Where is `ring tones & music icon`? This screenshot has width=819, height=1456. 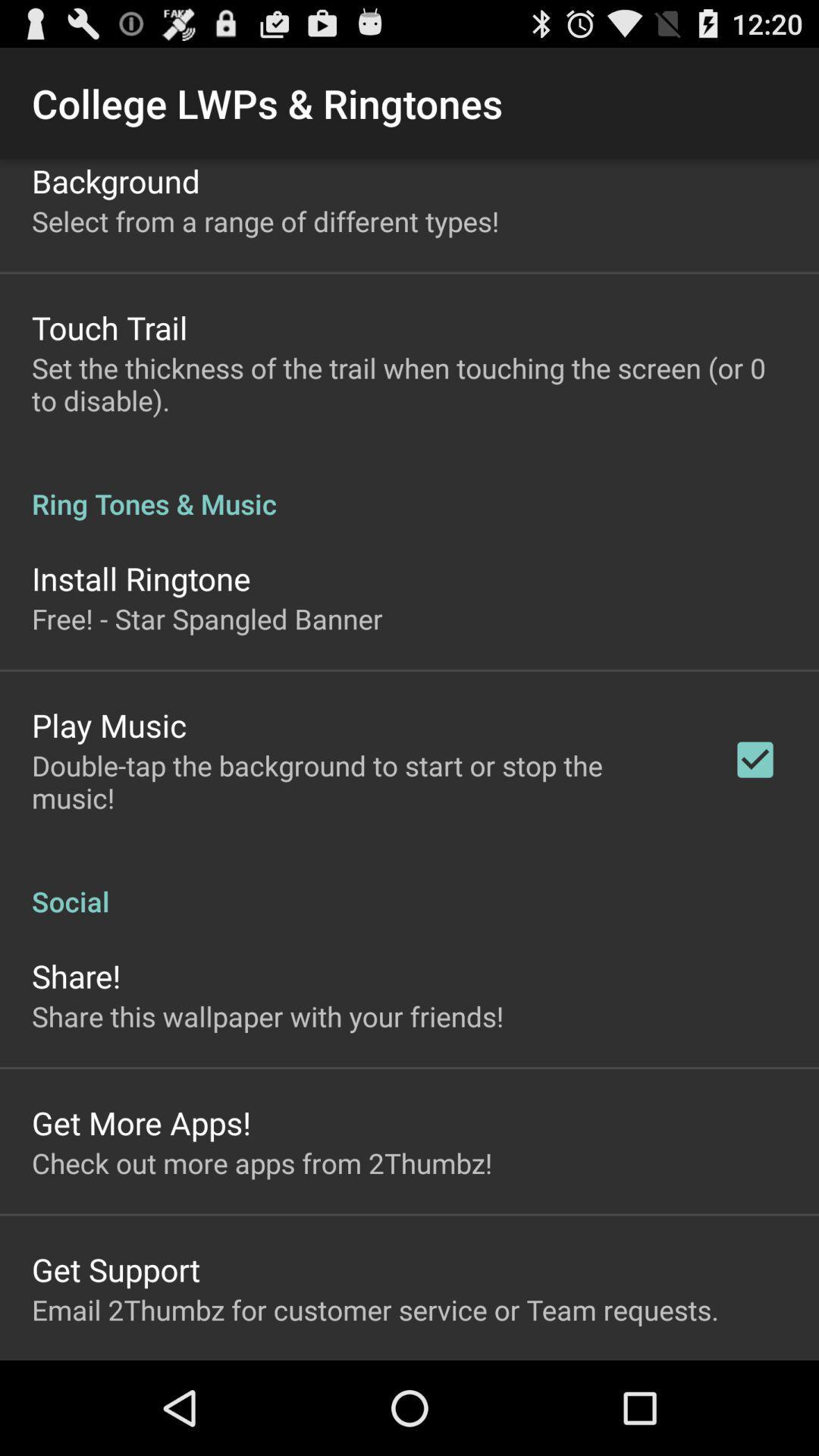
ring tones & music icon is located at coordinates (409, 488).